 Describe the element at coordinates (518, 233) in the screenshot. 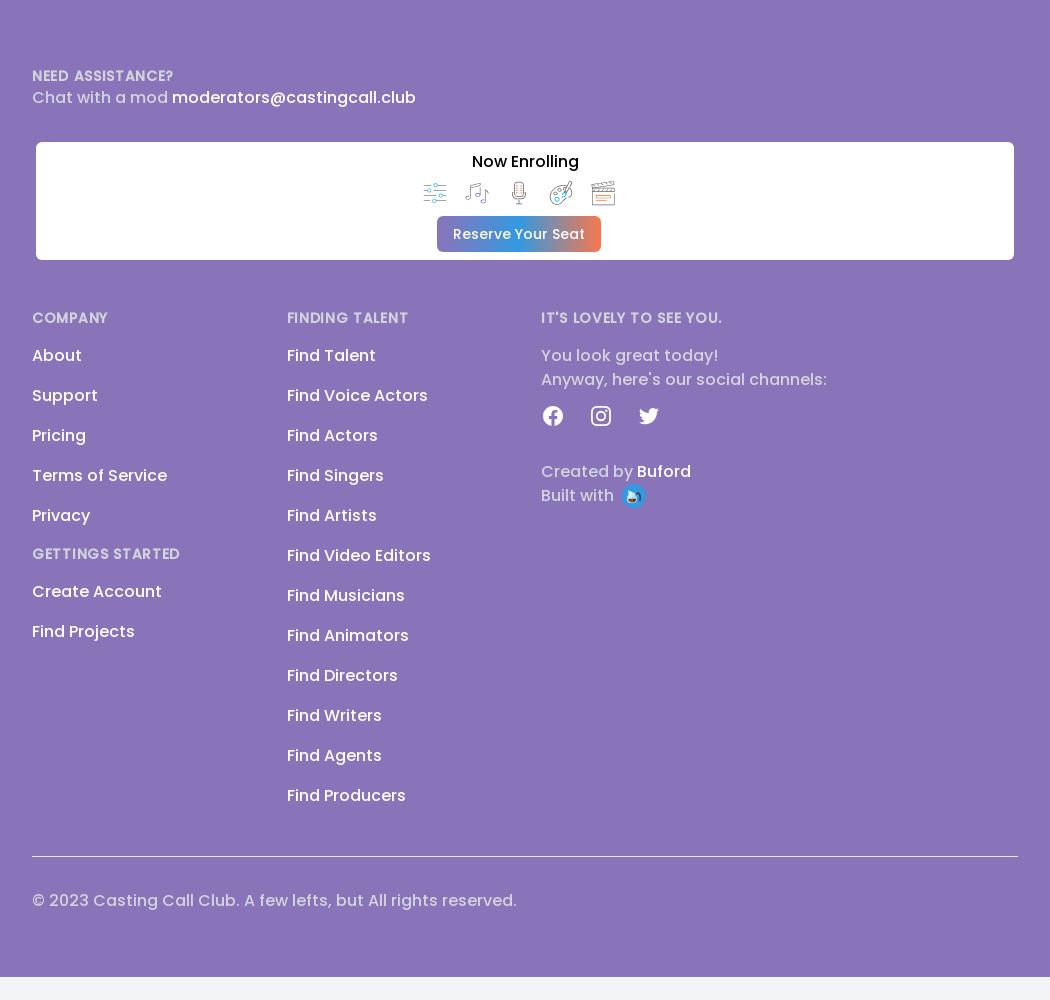

I see `'Reserve Your Seat'` at that location.